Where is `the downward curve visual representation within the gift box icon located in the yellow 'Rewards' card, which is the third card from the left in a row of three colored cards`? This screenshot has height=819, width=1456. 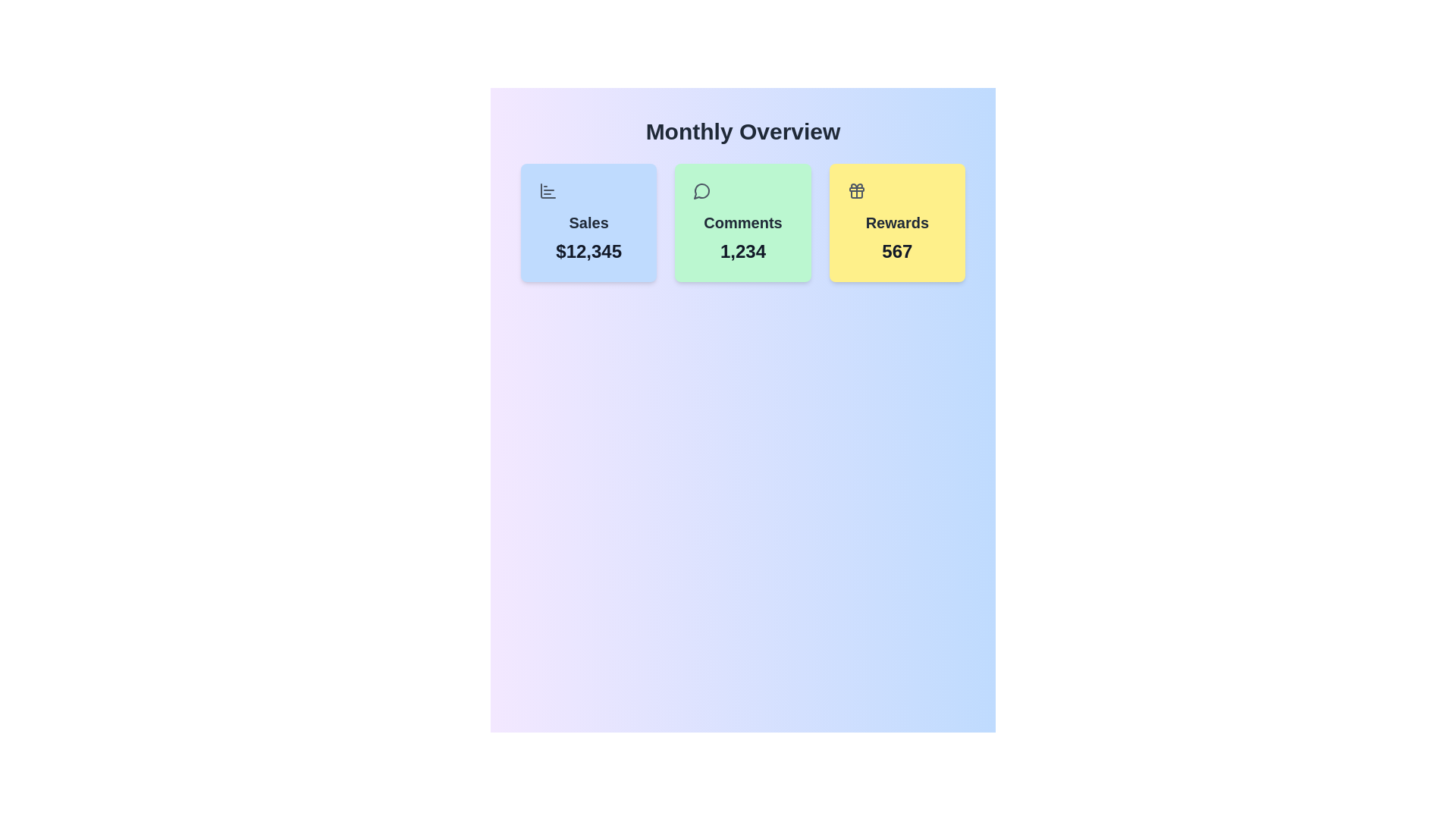
the downward curve visual representation within the gift box icon located in the yellow 'Rewards' card, which is the third card from the left in a row of three colored cards is located at coordinates (856, 193).